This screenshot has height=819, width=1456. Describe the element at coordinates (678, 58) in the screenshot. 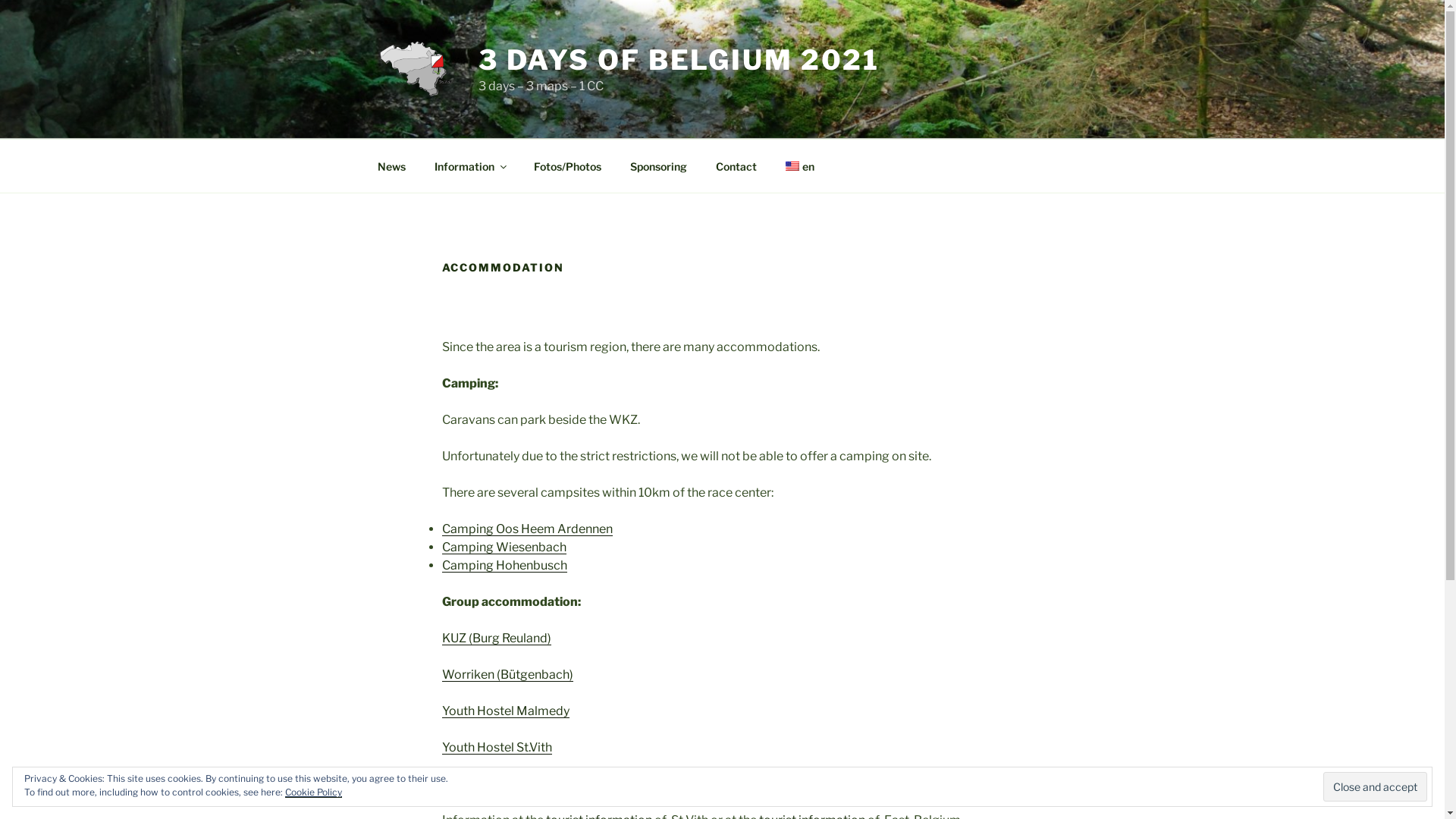

I see `'3 DAYS OF BELGIUM 2021'` at that location.